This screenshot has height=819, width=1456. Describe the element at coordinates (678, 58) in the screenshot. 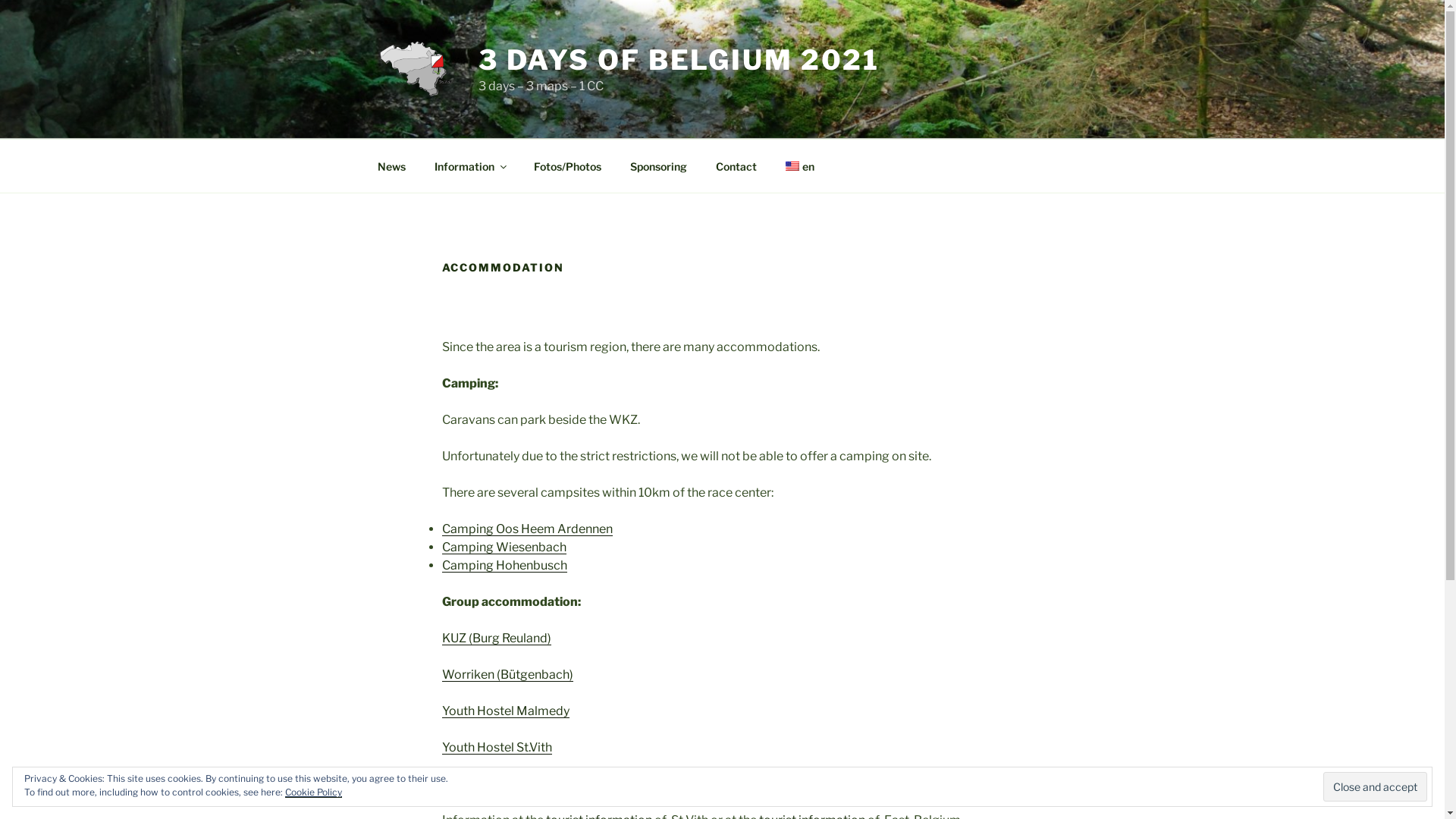

I see `'3 DAYS OF BELGIUM 2021'` at that location.